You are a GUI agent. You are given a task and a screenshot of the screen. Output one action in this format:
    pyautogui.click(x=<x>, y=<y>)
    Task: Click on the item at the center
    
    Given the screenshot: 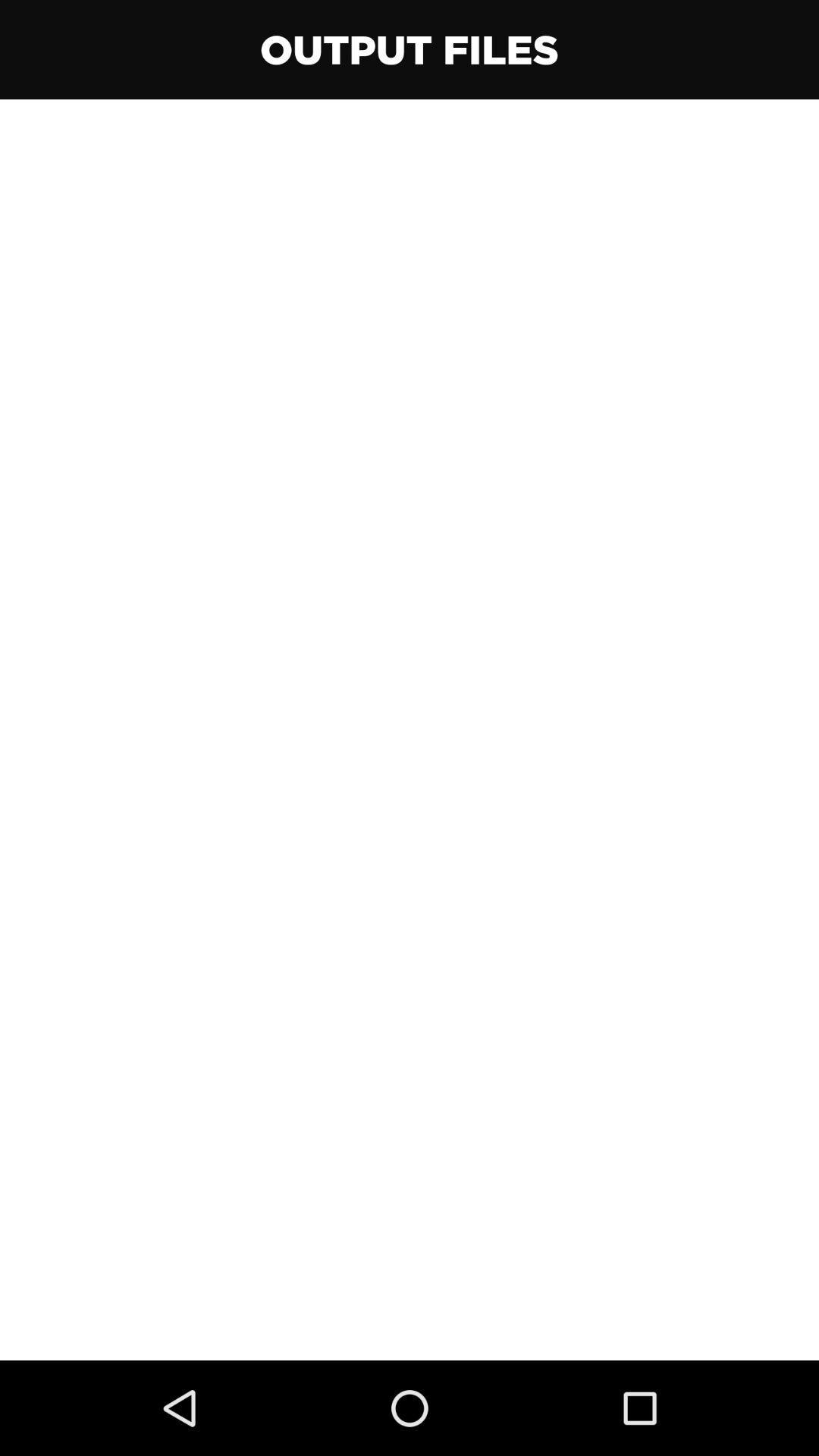 What is the action you would take?
    pyautogui.click(x=409, y=730)
    